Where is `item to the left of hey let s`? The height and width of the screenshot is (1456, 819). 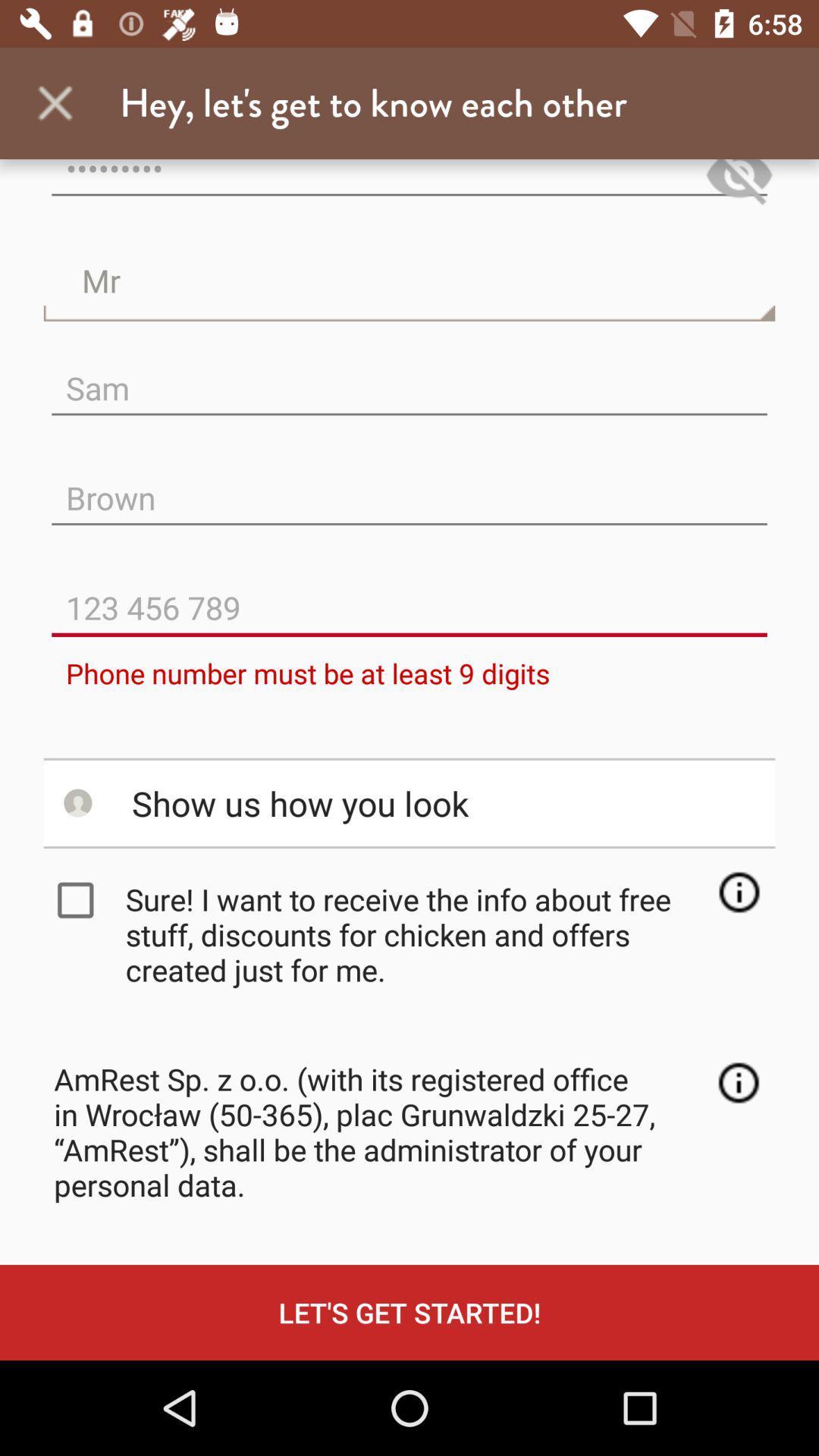
item to the left of hey let s is located at coordinates (55, 102).